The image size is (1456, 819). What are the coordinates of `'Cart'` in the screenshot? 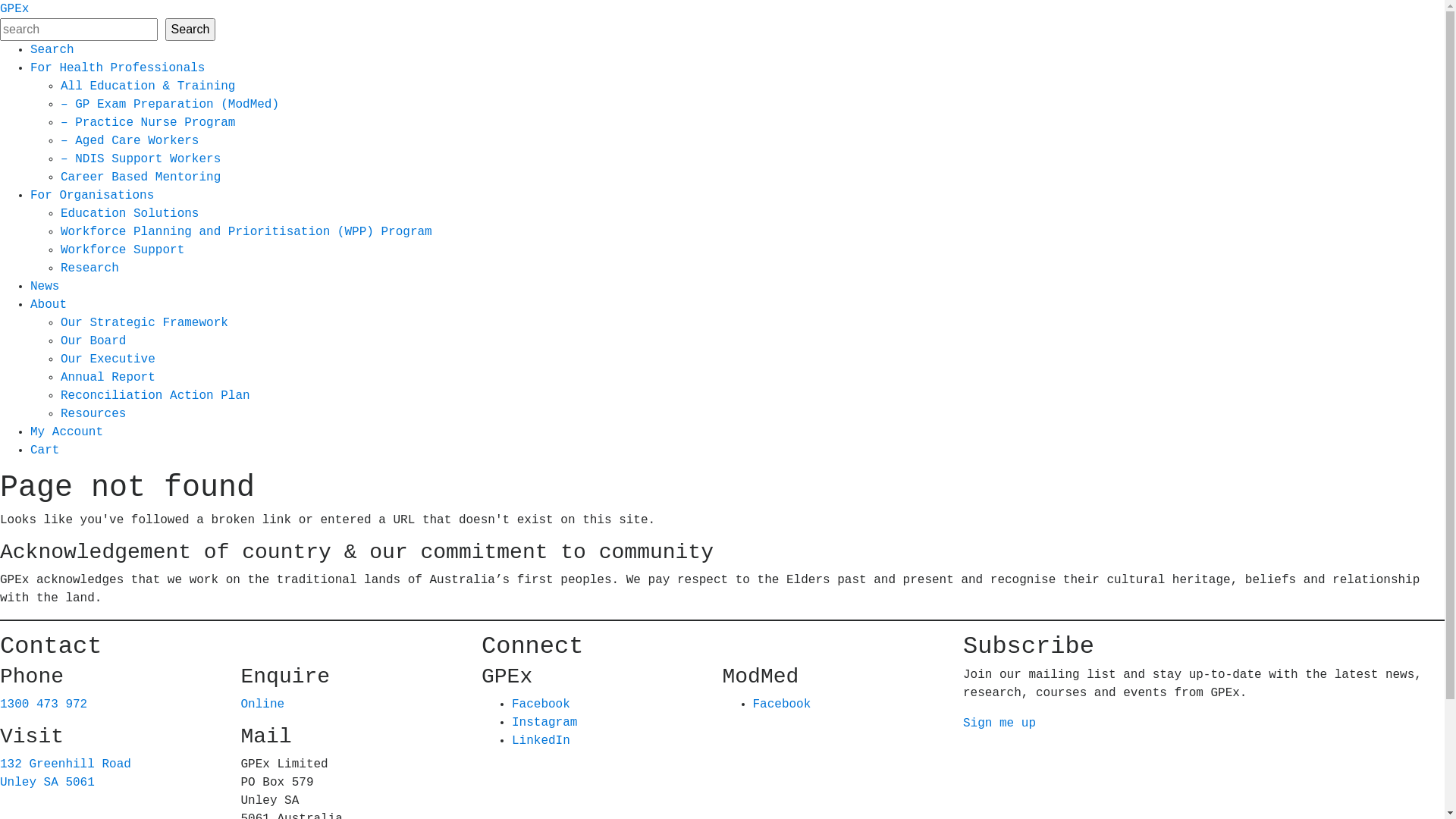 It's located at (44, 450).